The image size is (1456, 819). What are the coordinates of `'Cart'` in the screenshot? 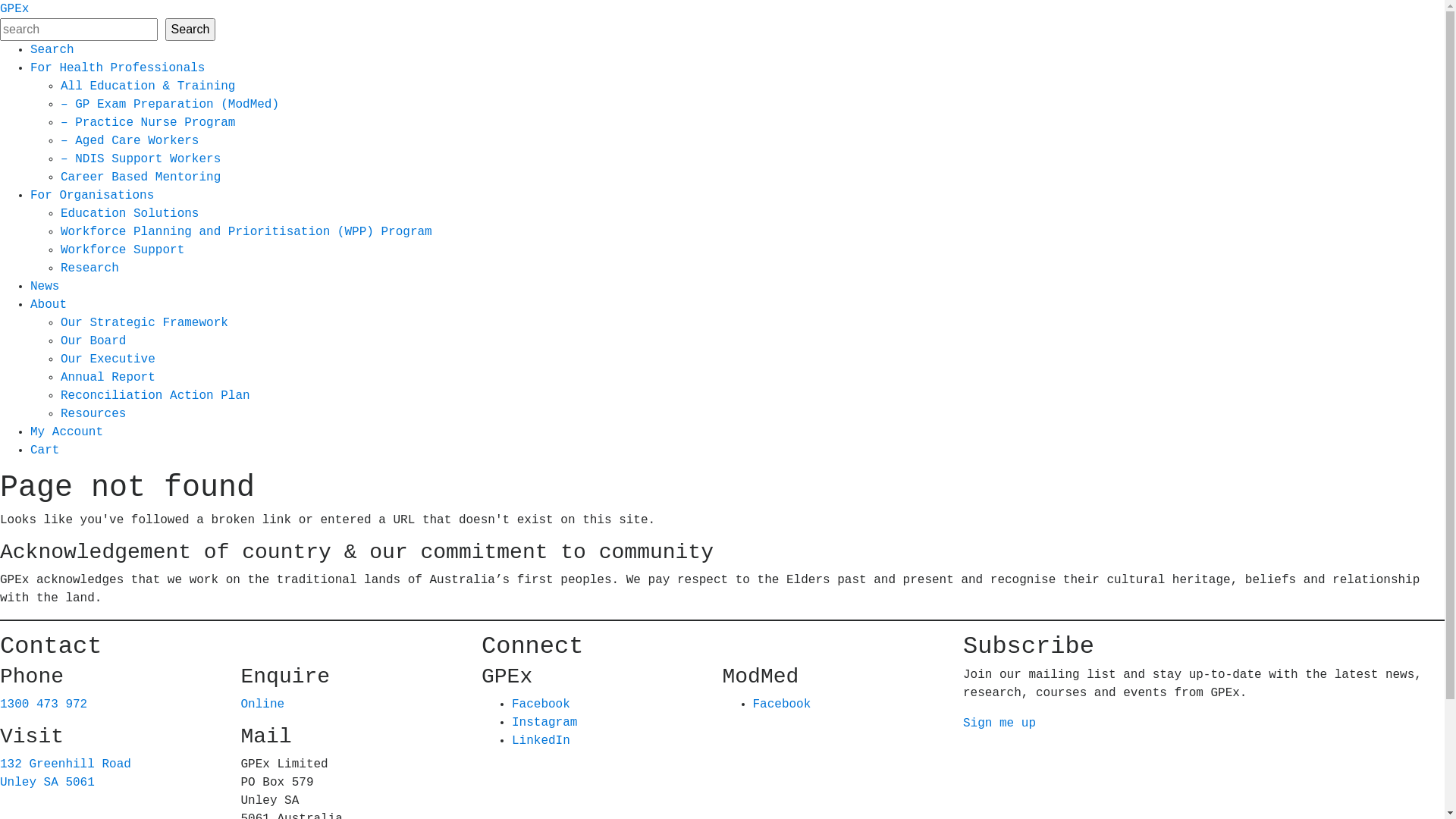 It's located at (44, 450).